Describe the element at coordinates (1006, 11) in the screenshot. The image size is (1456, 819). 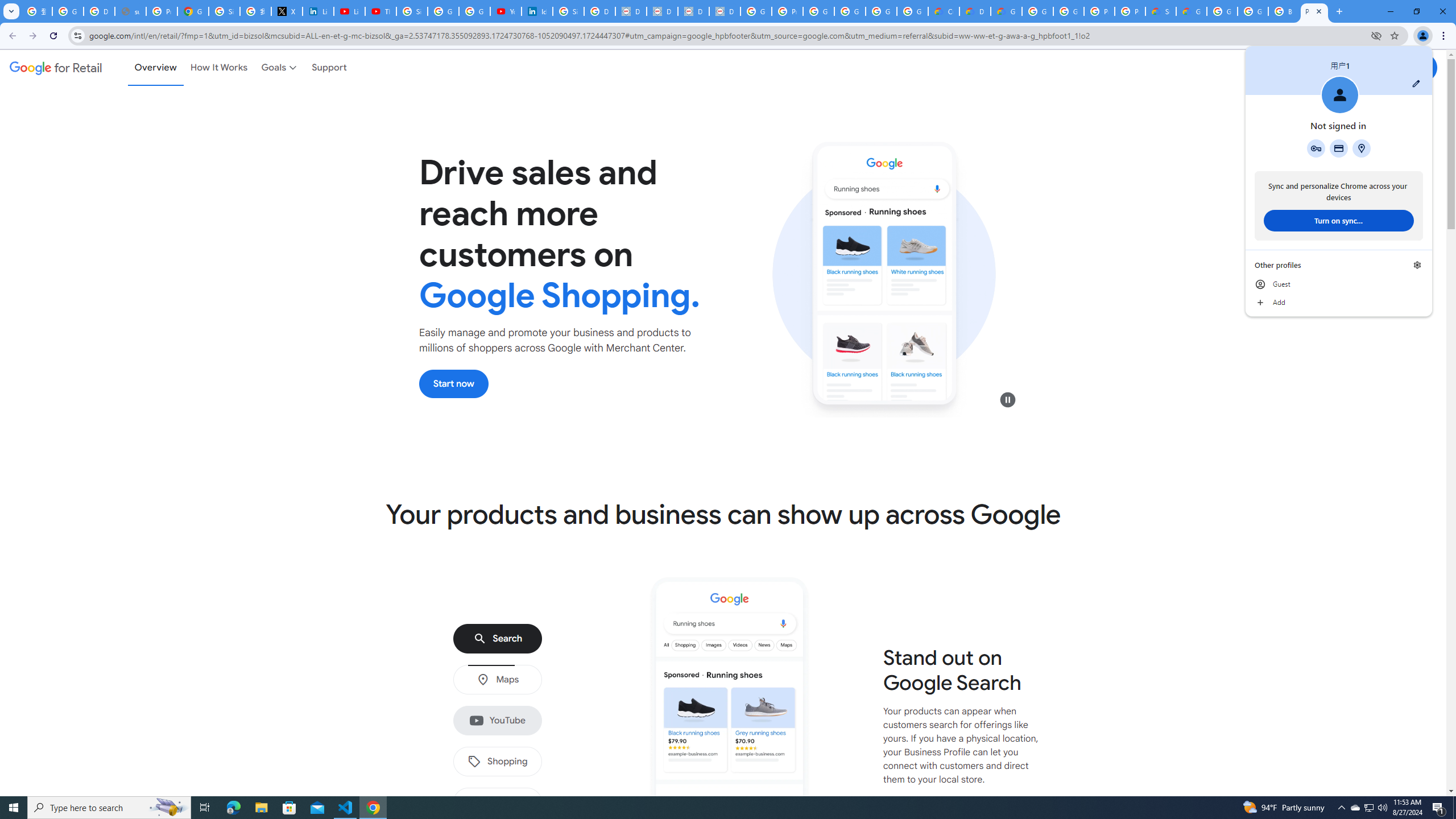
I see `'Gemini for Business and Developers | Google Cloud'` at that location.